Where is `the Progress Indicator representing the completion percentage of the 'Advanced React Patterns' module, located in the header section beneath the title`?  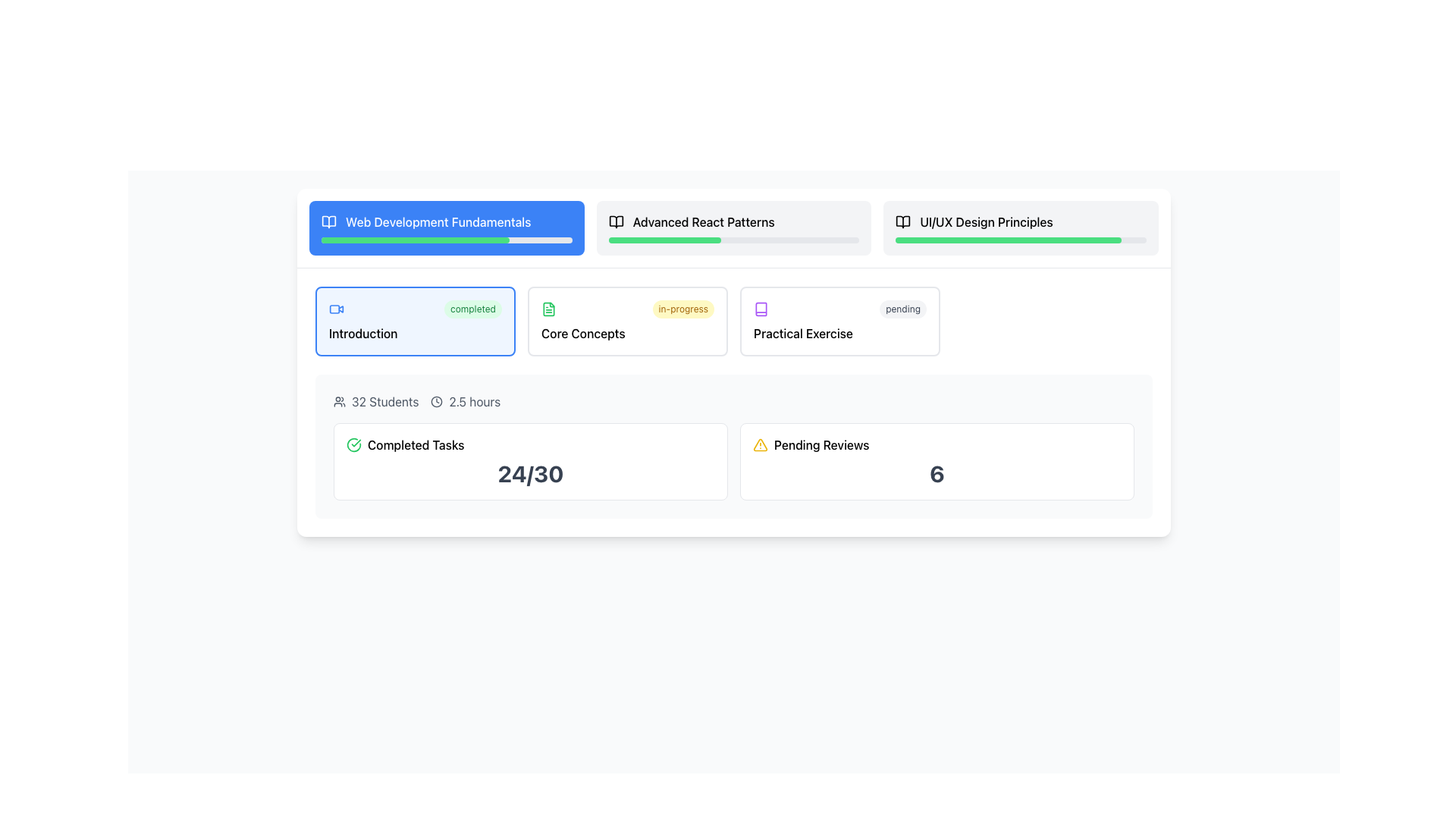 the Progress Indicator representing the completion percentage of the 'Advanced React Patterns' module, located in the header section beneath the title is located at coordinates (665, 239).